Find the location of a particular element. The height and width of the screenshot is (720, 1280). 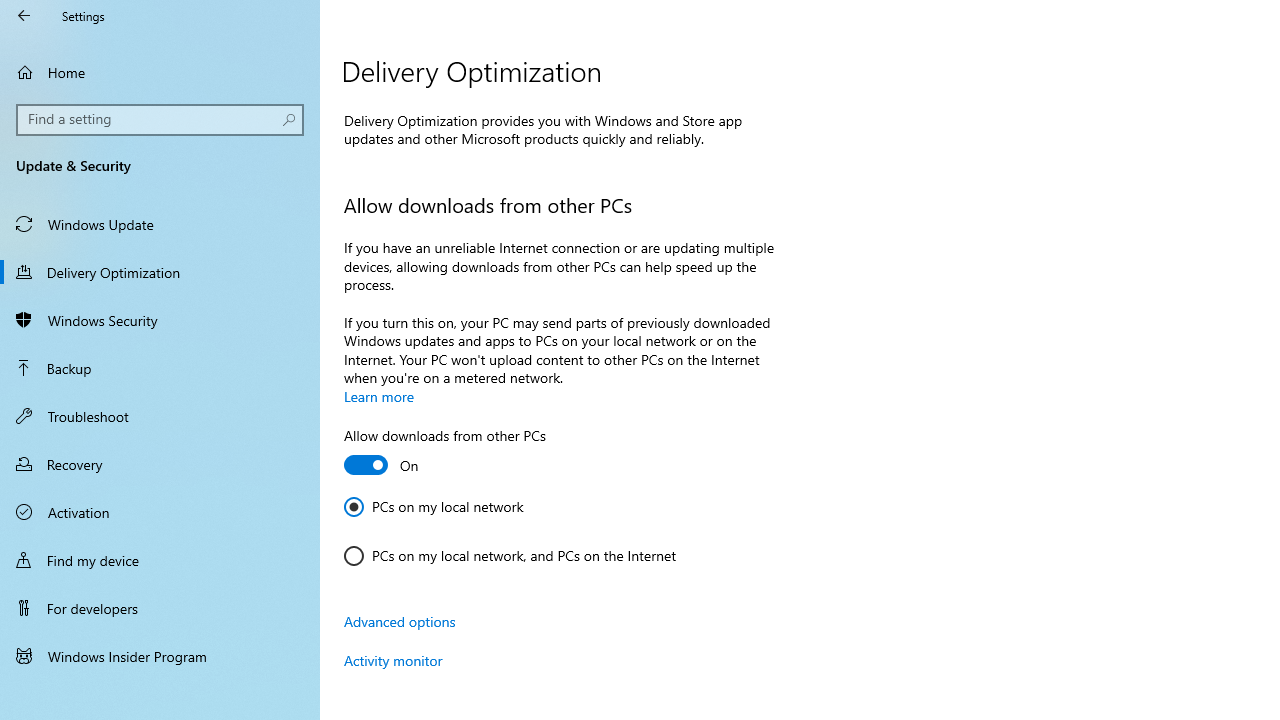

'Back' is located at coordinates (24, 15).